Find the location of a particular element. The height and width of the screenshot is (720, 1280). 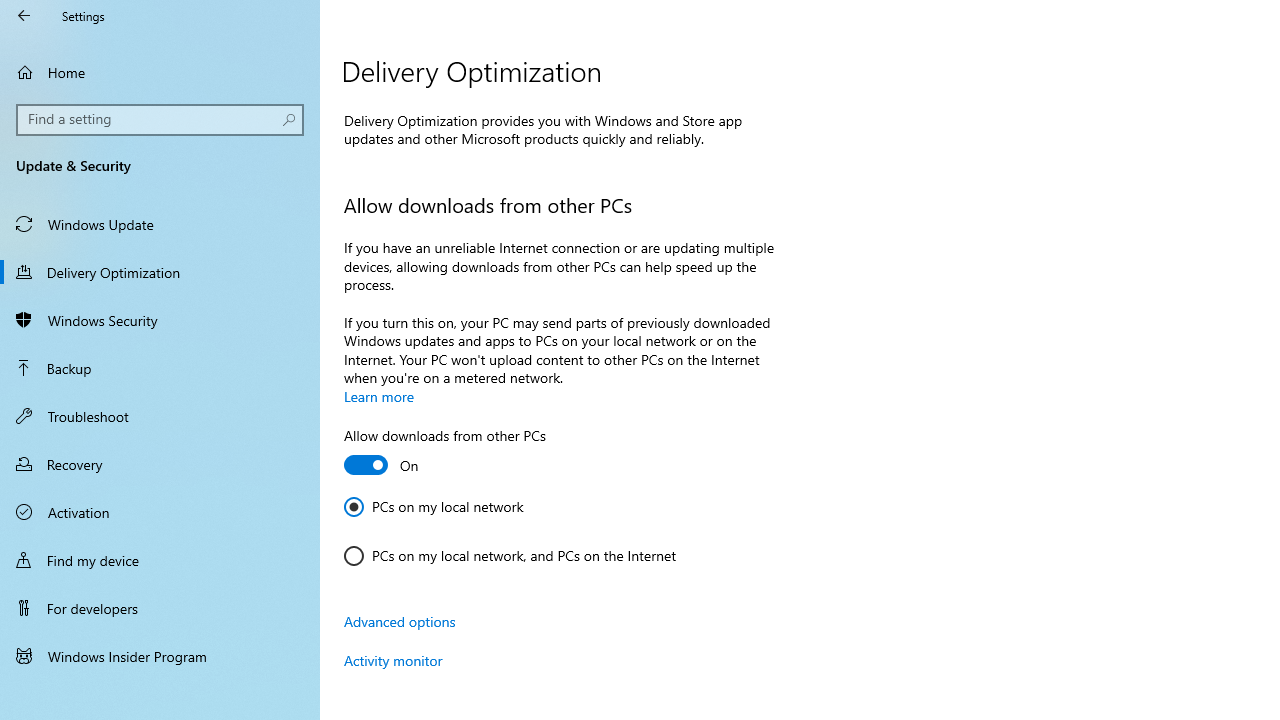

'Back' is located at coordinates (24, 15).